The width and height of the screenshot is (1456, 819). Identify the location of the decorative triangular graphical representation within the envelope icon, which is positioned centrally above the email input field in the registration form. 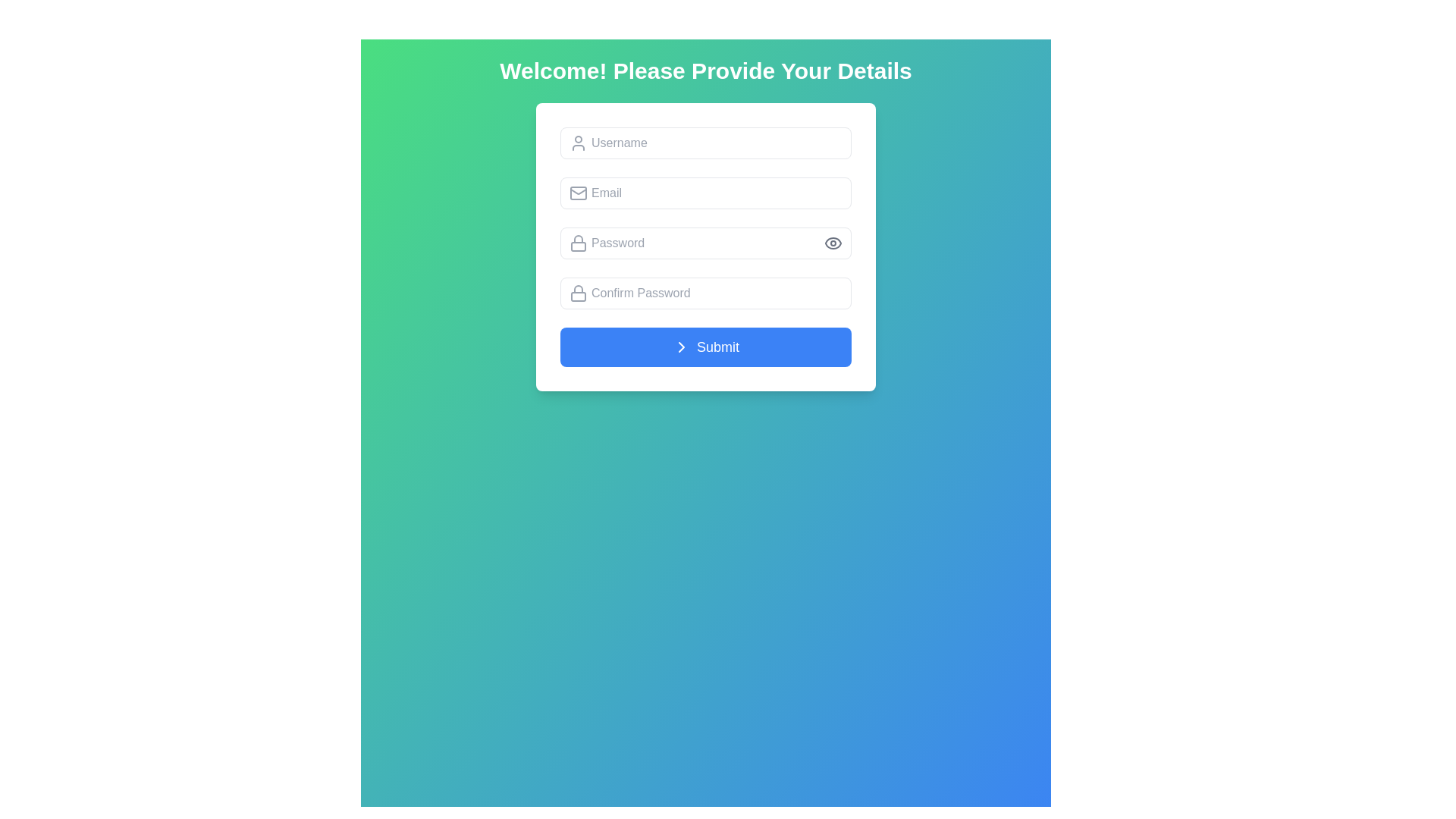
(578, 190).